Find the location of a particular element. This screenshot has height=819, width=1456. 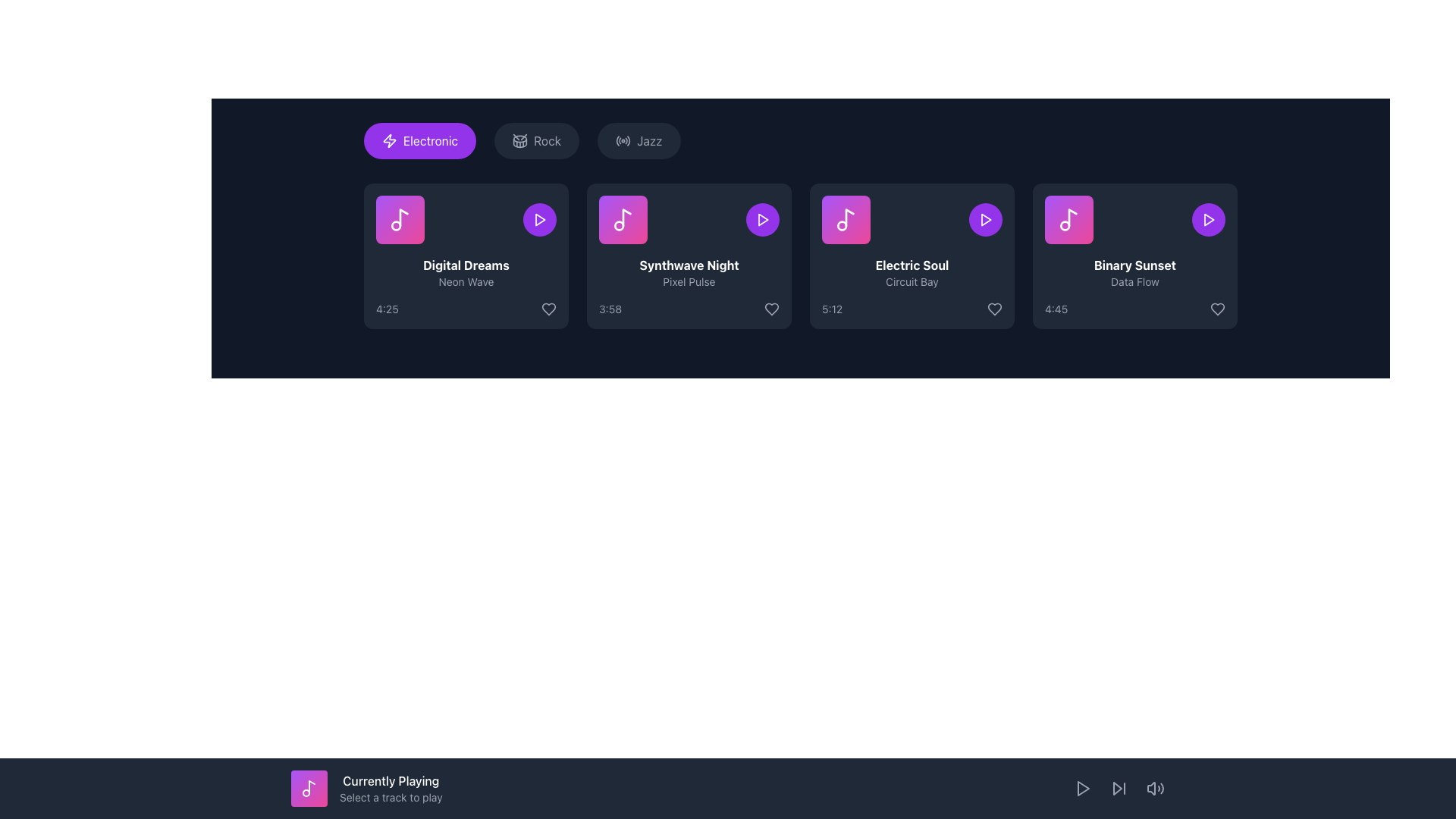

the music icon located at the first position in a horizontal row within the leftmost card of the music list section to initiate an action or selection is located at coordinates (400, 219).